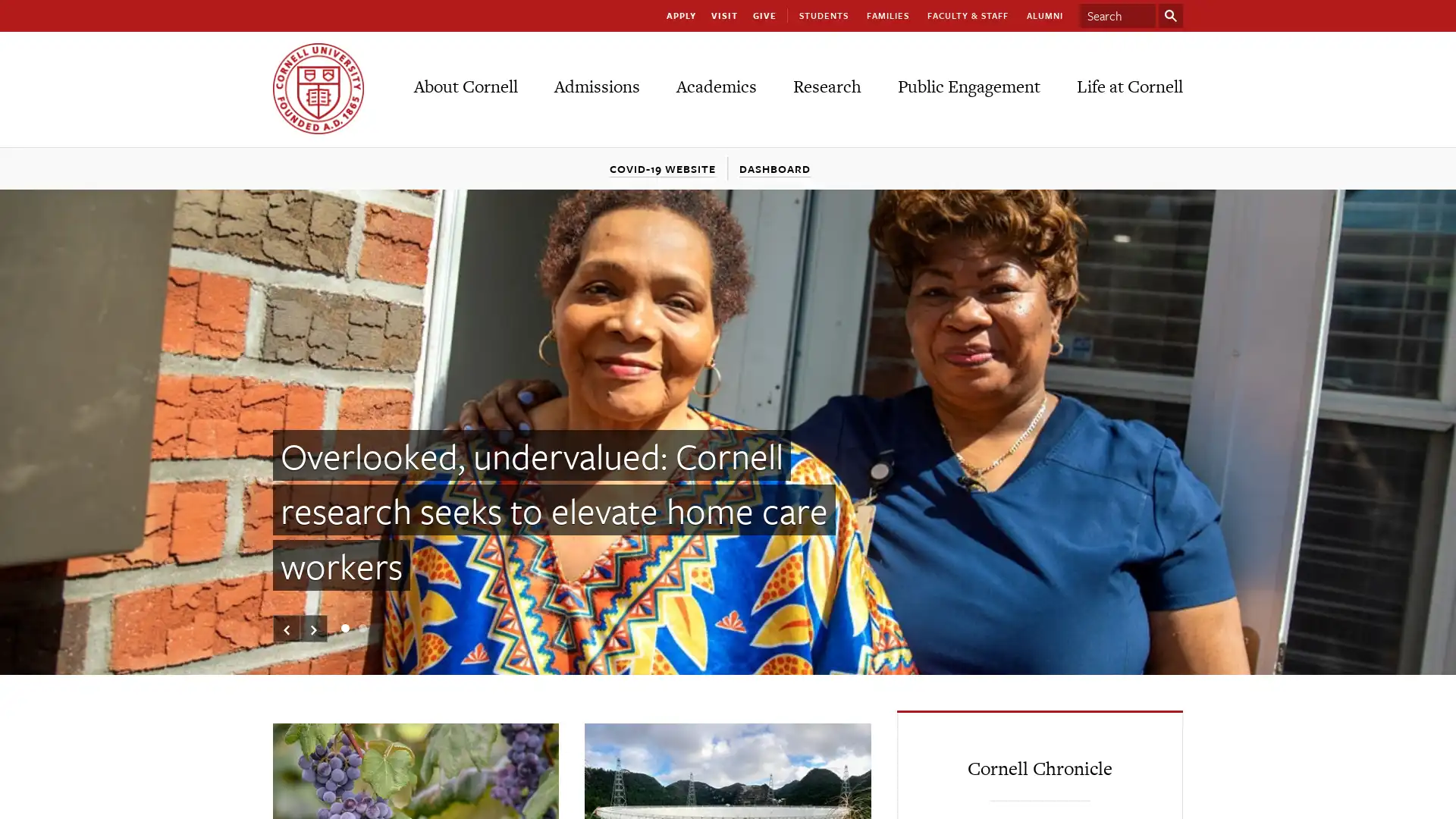 Image resolution: width=1456 pixels, height=819 pixels. I want to click on Next slide, so click(312, 629).